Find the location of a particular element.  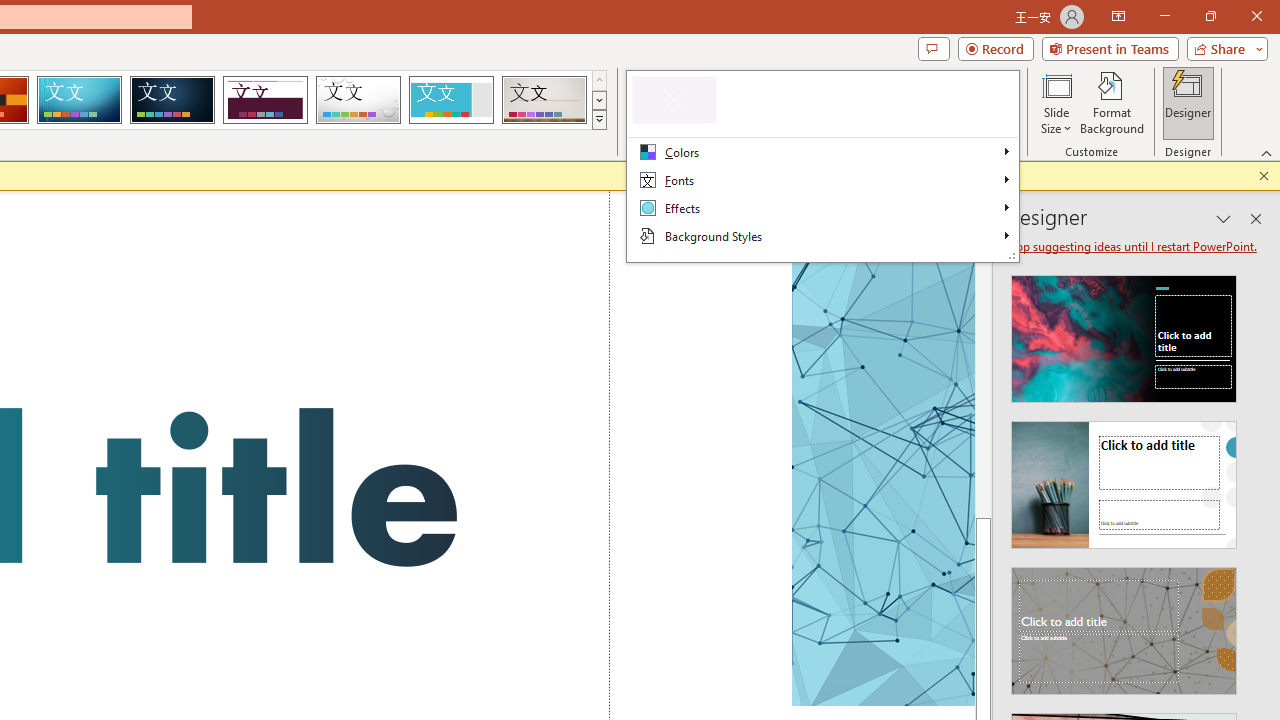

'Droplet' is located at coordinates (358, 100).